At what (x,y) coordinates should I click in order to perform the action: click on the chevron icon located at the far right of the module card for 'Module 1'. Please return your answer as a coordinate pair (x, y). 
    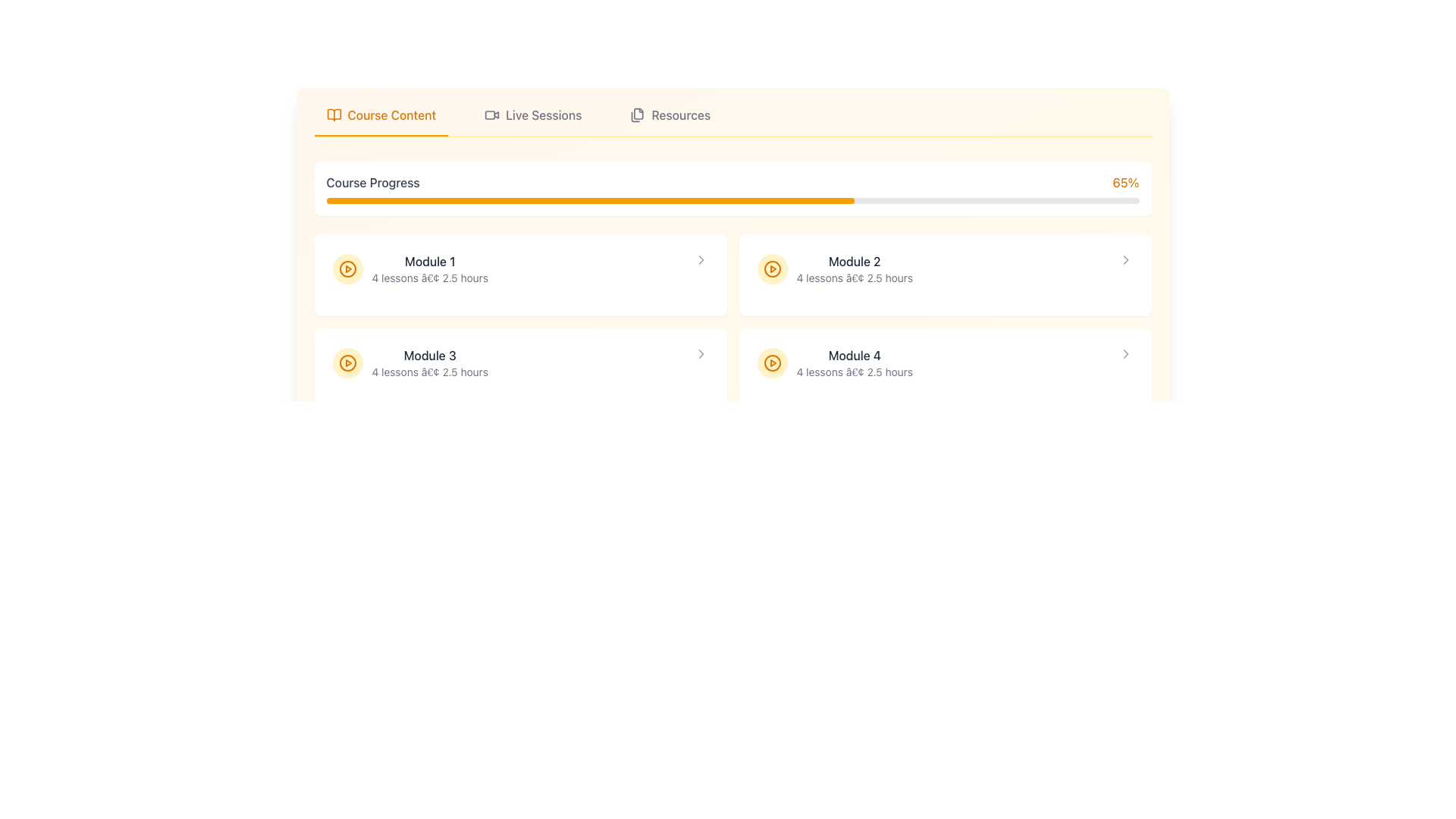
    Looking at the image, I should click on (700, 259).